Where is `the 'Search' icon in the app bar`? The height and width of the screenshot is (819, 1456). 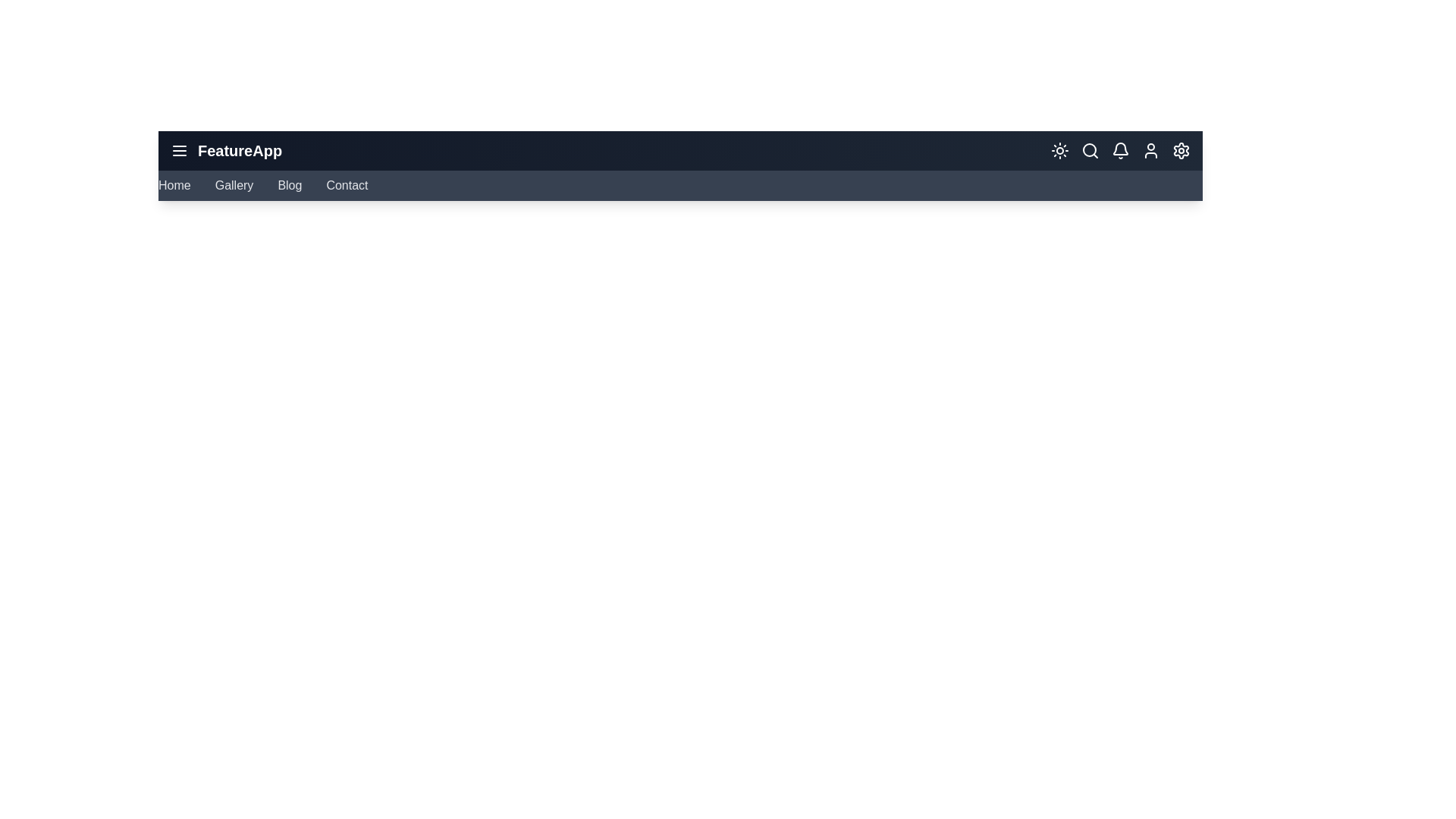
the 'Search' icon in the app bar is located at coordinates (1090, 151).